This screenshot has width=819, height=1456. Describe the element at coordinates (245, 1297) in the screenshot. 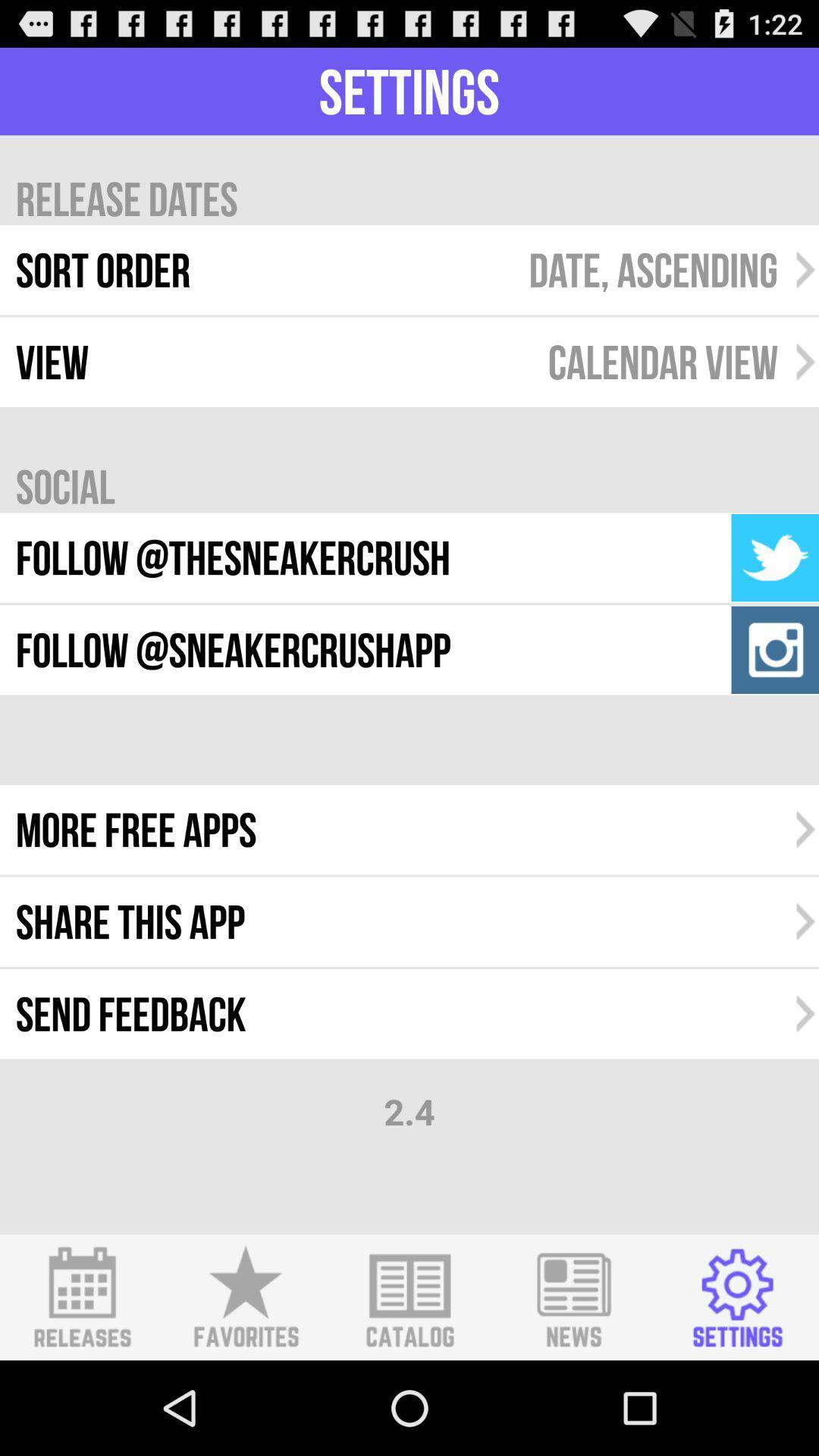

I see `shows favourite icon` at that location.